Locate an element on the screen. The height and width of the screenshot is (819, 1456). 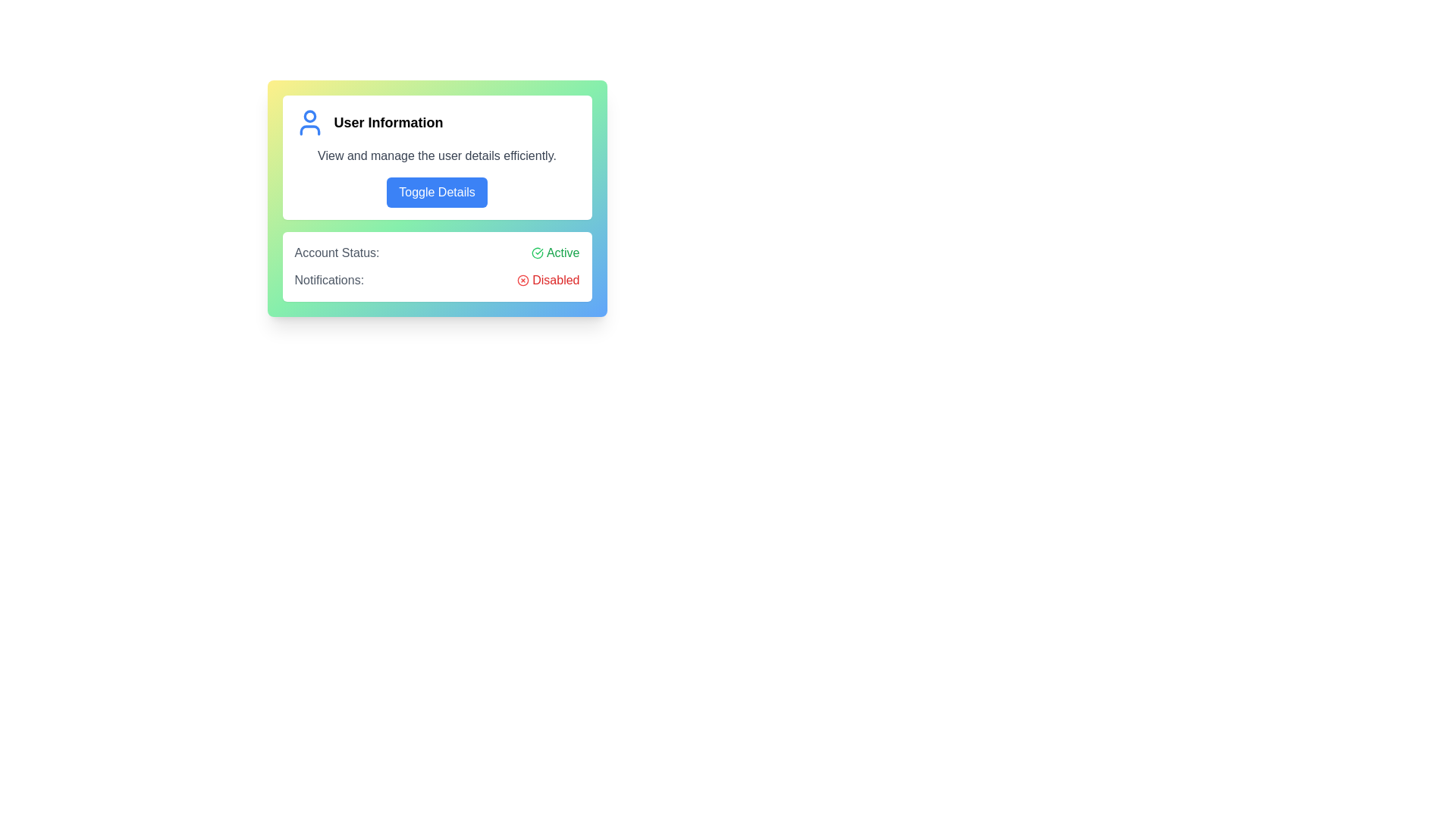
the 'Active' status indicator icon located to the right of the 'Account Status' label is located at coordinates (537, 253).